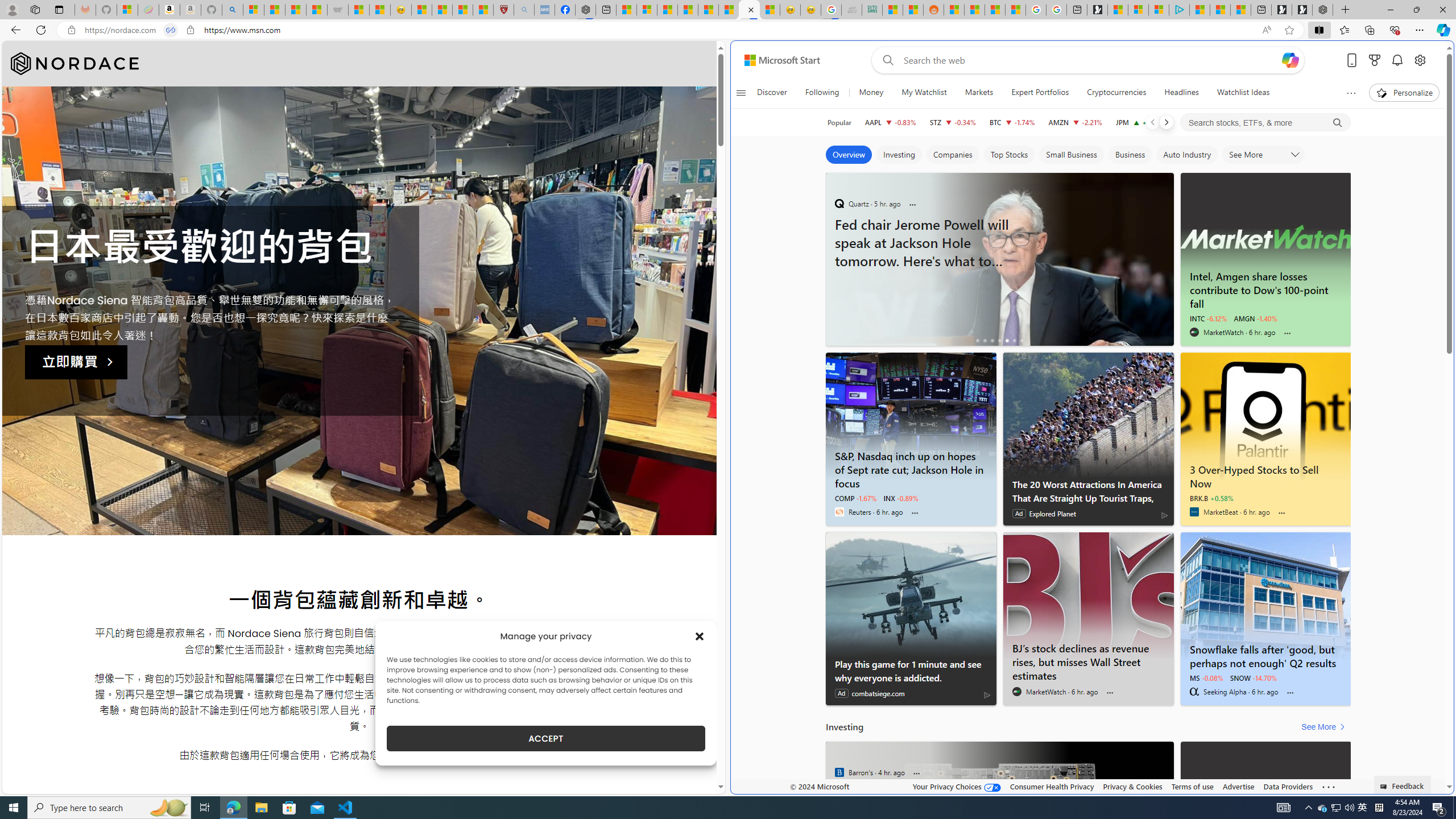 The width and height of the screenshot is (1456, 819). What do you see at coordinates (1288, 786) in the screenshot?
I see `'Data Providers'` at bounding box center [1288, 786].